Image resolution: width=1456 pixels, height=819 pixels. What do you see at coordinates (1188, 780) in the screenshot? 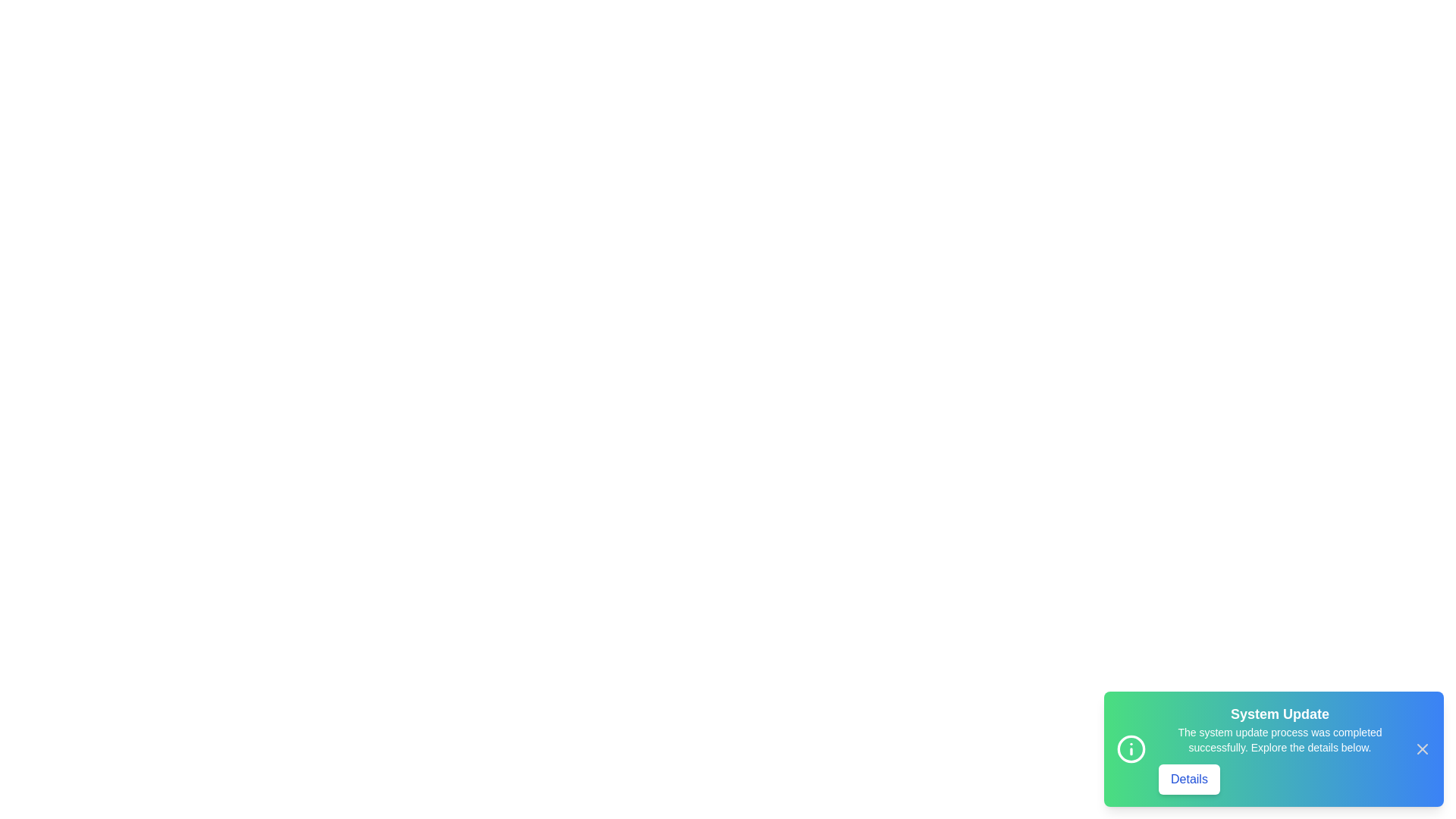
I see `the 'Details' button to observe the hover effect` at bounding box center [1188, 780].